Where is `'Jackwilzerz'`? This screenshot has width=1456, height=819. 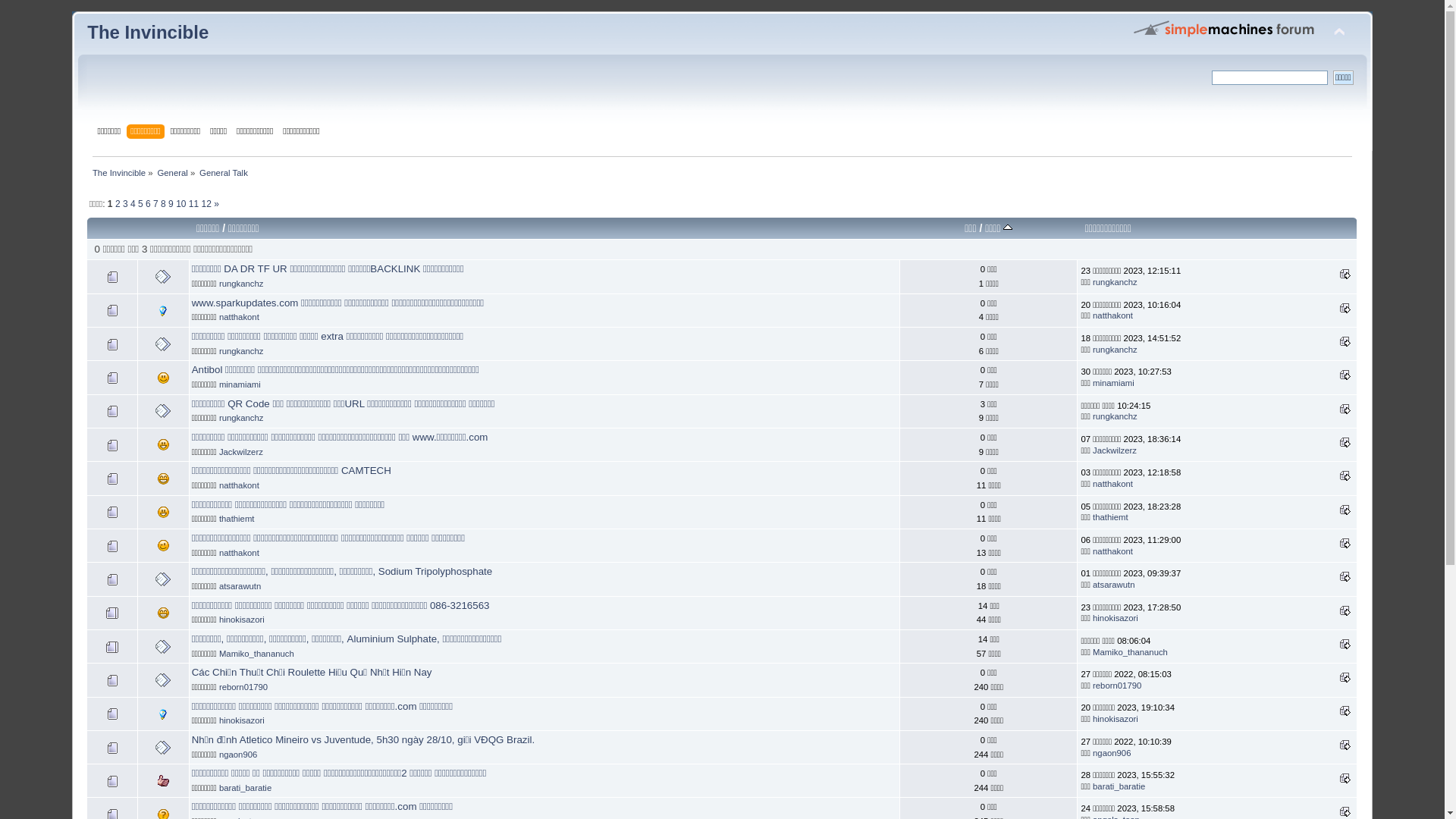
'Jackwilzerz' is located at coordinates (240, 451).